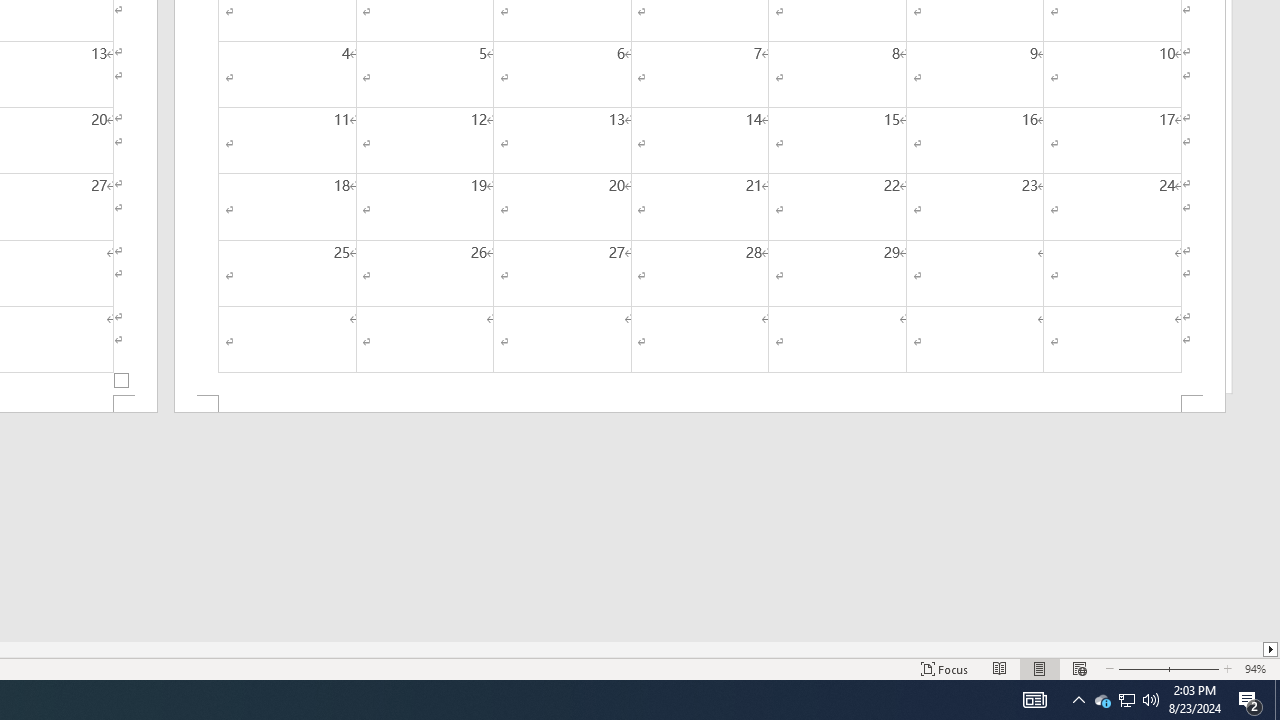 This screenshot has width=1280, height=720. What do you see at coordinates (1270, 649) in the screenshot?
I see `'Column right'` at bounding box center [1270, 649].